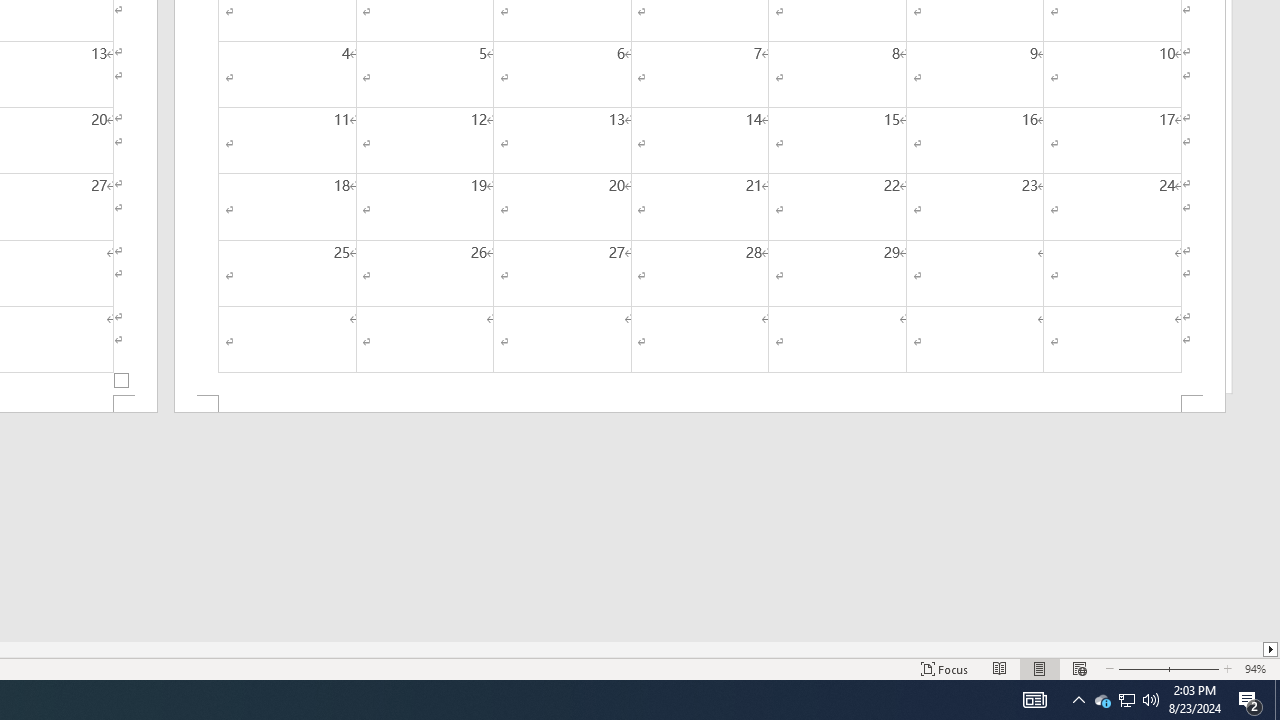 This screenshot has width=1280, height=720. What do you see at coordinates (1270, 649) in the screenshot?
I see `'Column right'` at bounding box center [1270, 649].